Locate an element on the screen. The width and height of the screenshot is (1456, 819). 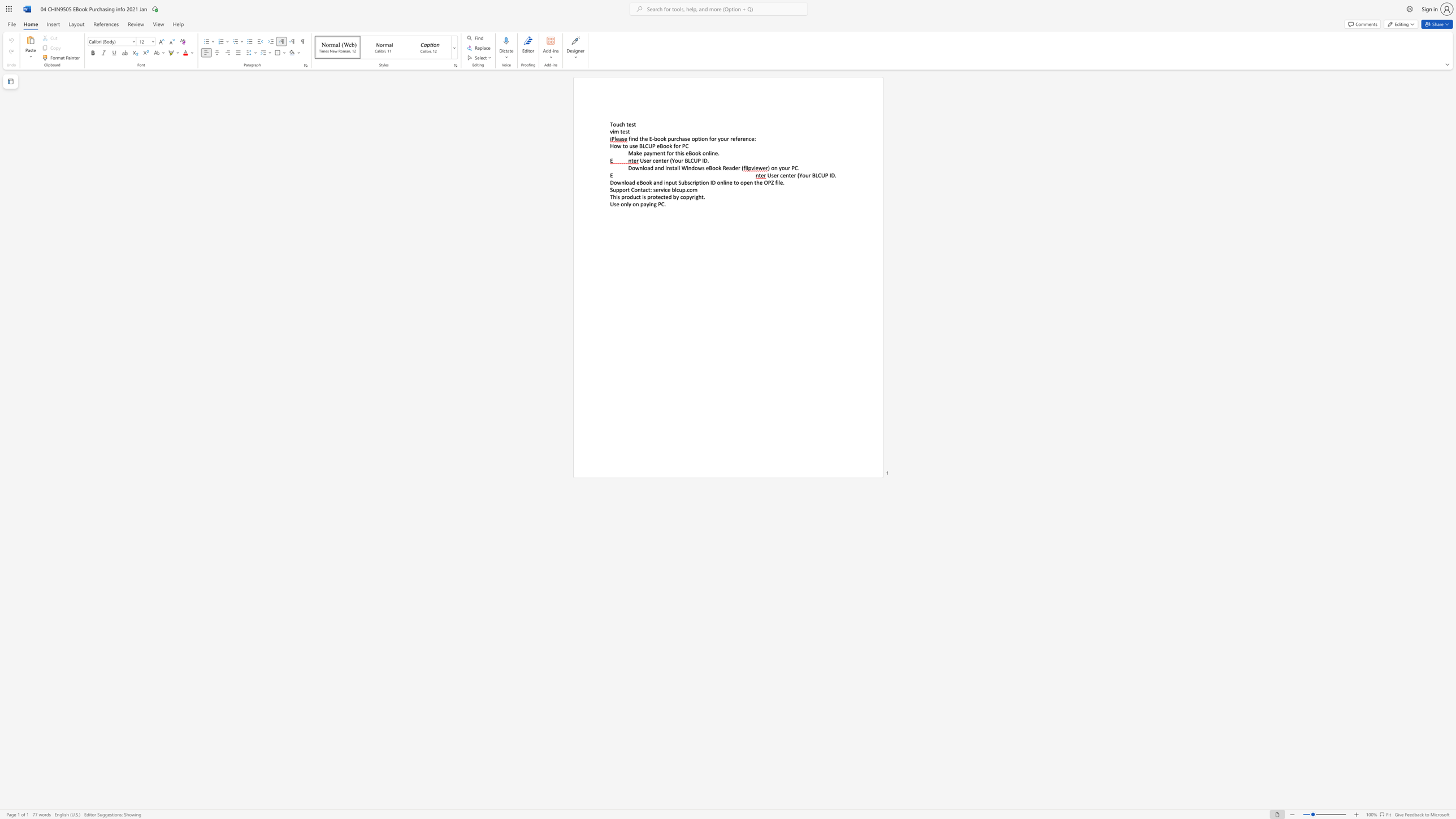
the 1th character "u" in the text is located at coordinates (617, 124).